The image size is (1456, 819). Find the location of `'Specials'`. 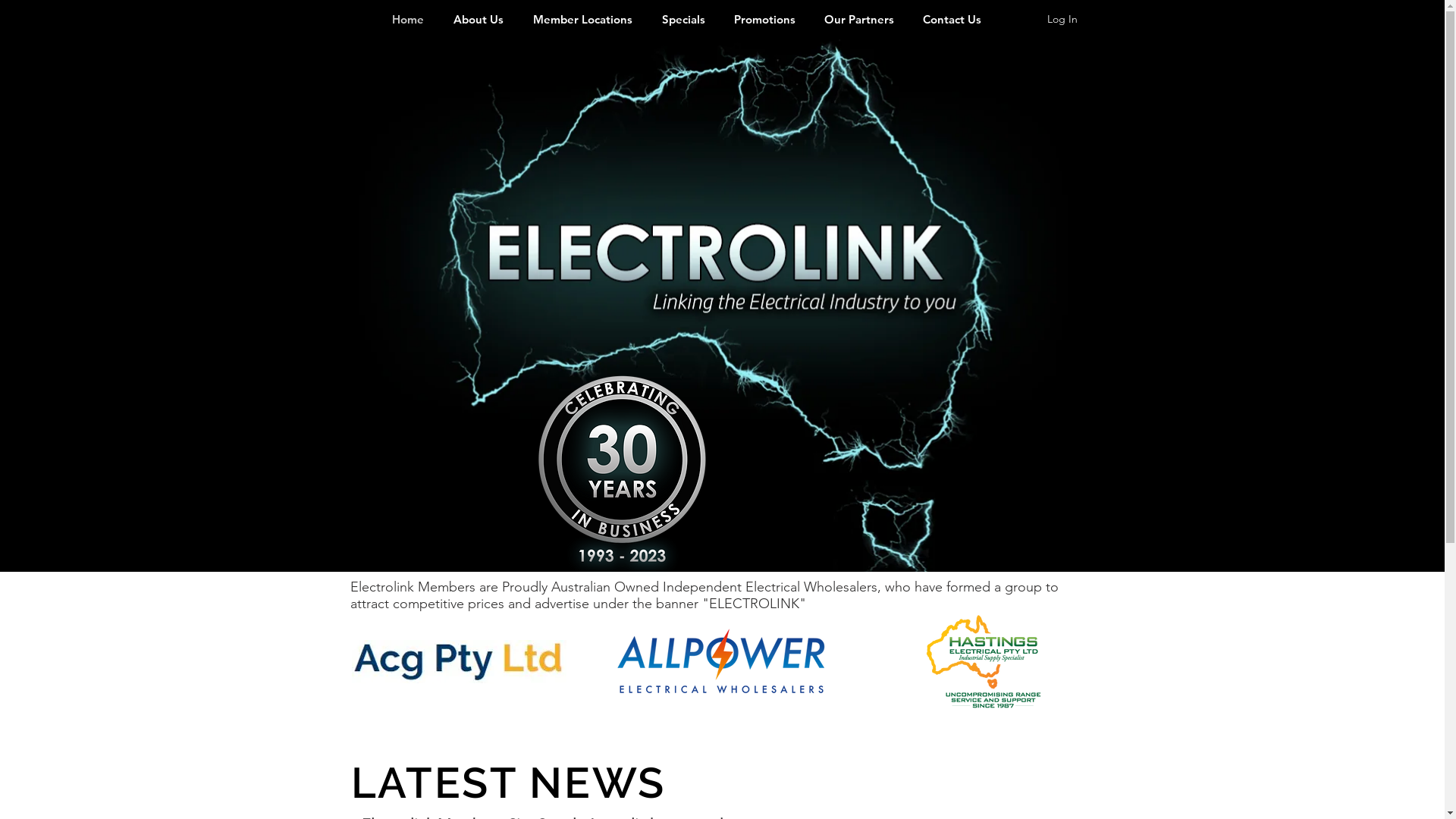

'Specials' is located at coordinates (648, 19).